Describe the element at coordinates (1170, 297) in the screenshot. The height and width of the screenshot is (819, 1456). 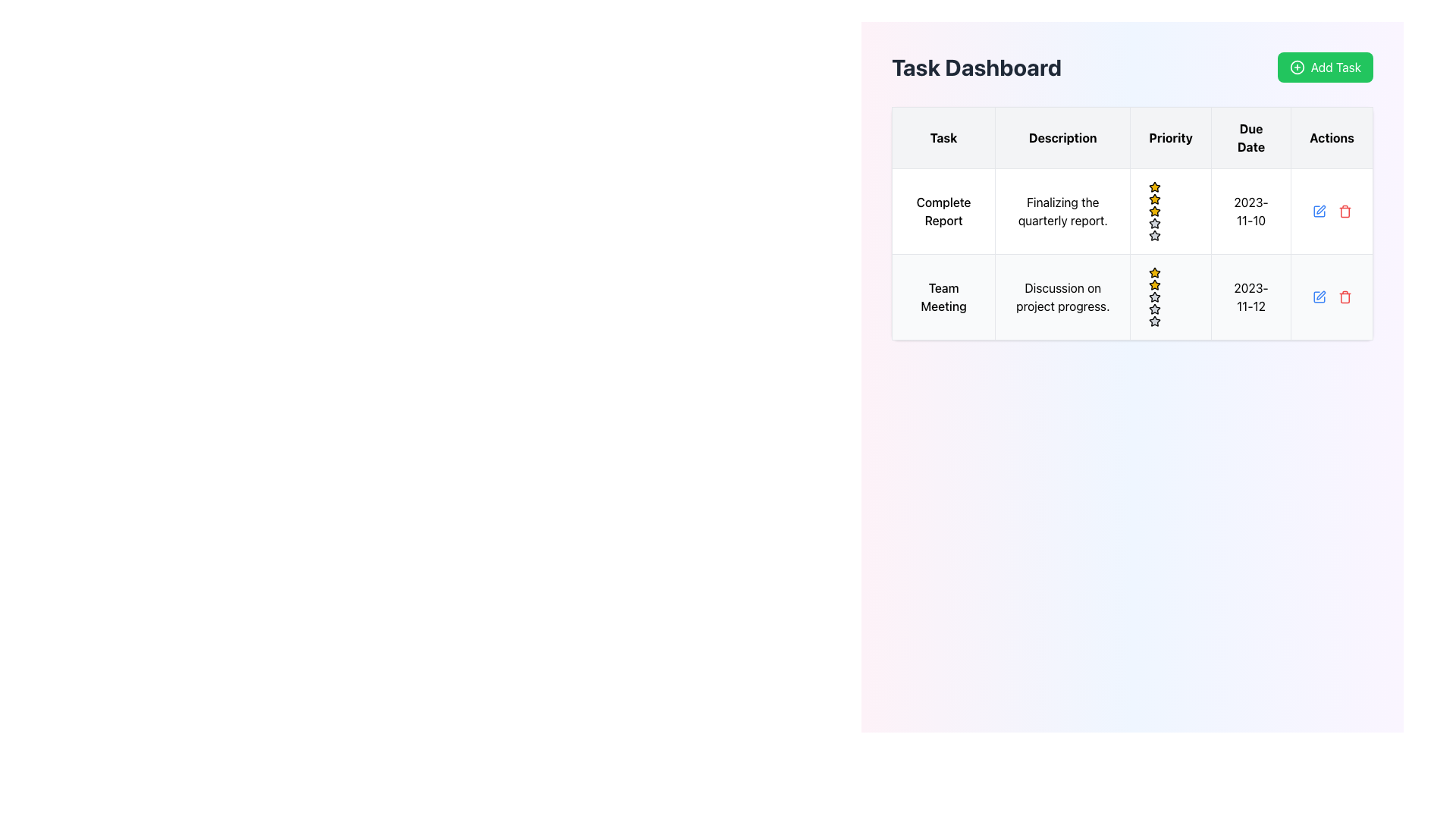
I see `one of the yellow star icons in the Rating Stars element to update the rating for the 'Team Meeting' task in the 'Priority' column of the Task Dashboard` at that location.